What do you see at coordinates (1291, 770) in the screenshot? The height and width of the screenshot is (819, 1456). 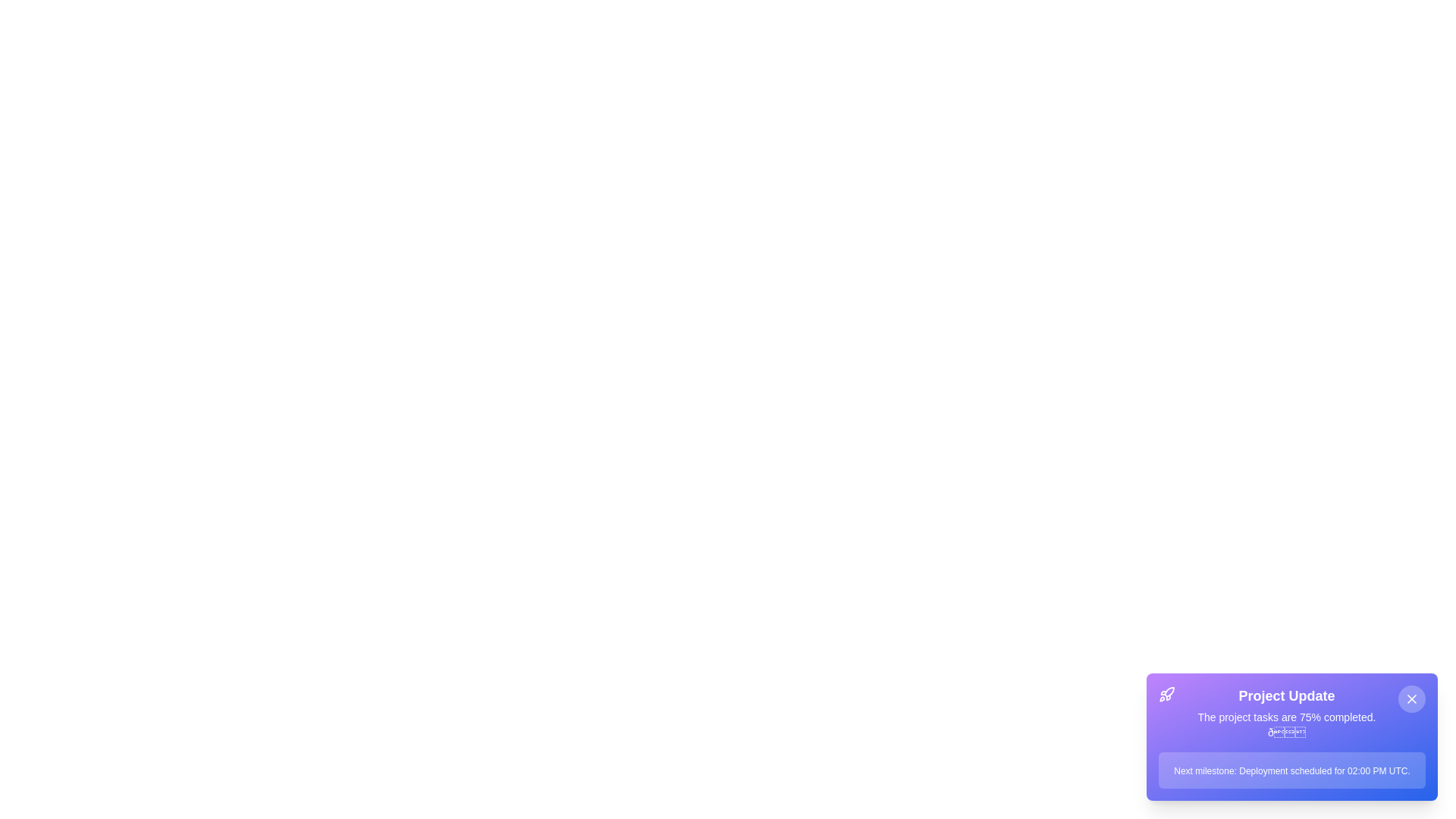 I see `the milestone details section to inspect the milestone details` at bounding box center [1291, 770].